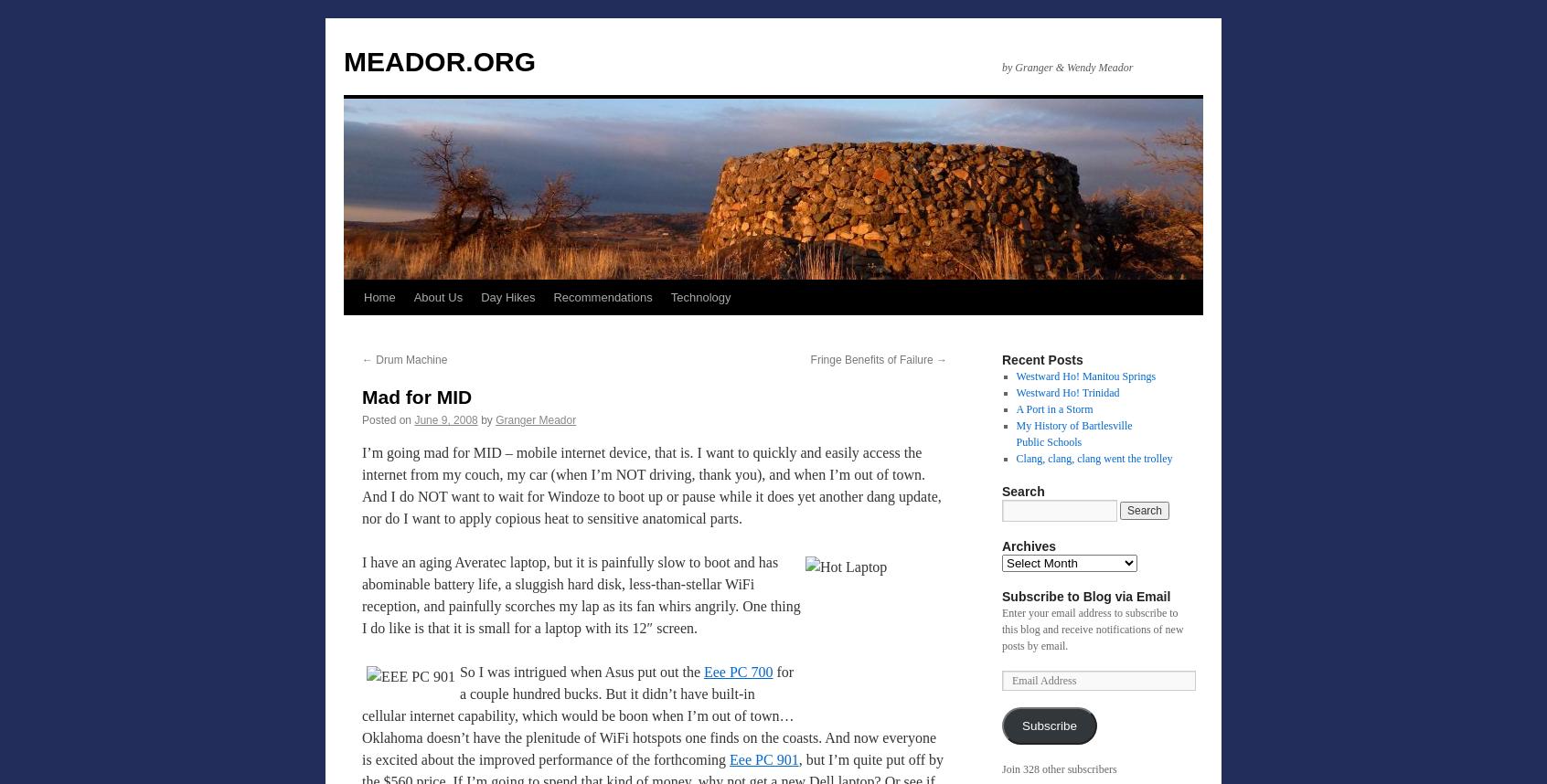 This screenshot has width=1547, height=784. What do you see at coordinates (1066, 393) in the screenshot?
I see `'Westward Ho! Trinidad'` at bounding box center [1066, 393].